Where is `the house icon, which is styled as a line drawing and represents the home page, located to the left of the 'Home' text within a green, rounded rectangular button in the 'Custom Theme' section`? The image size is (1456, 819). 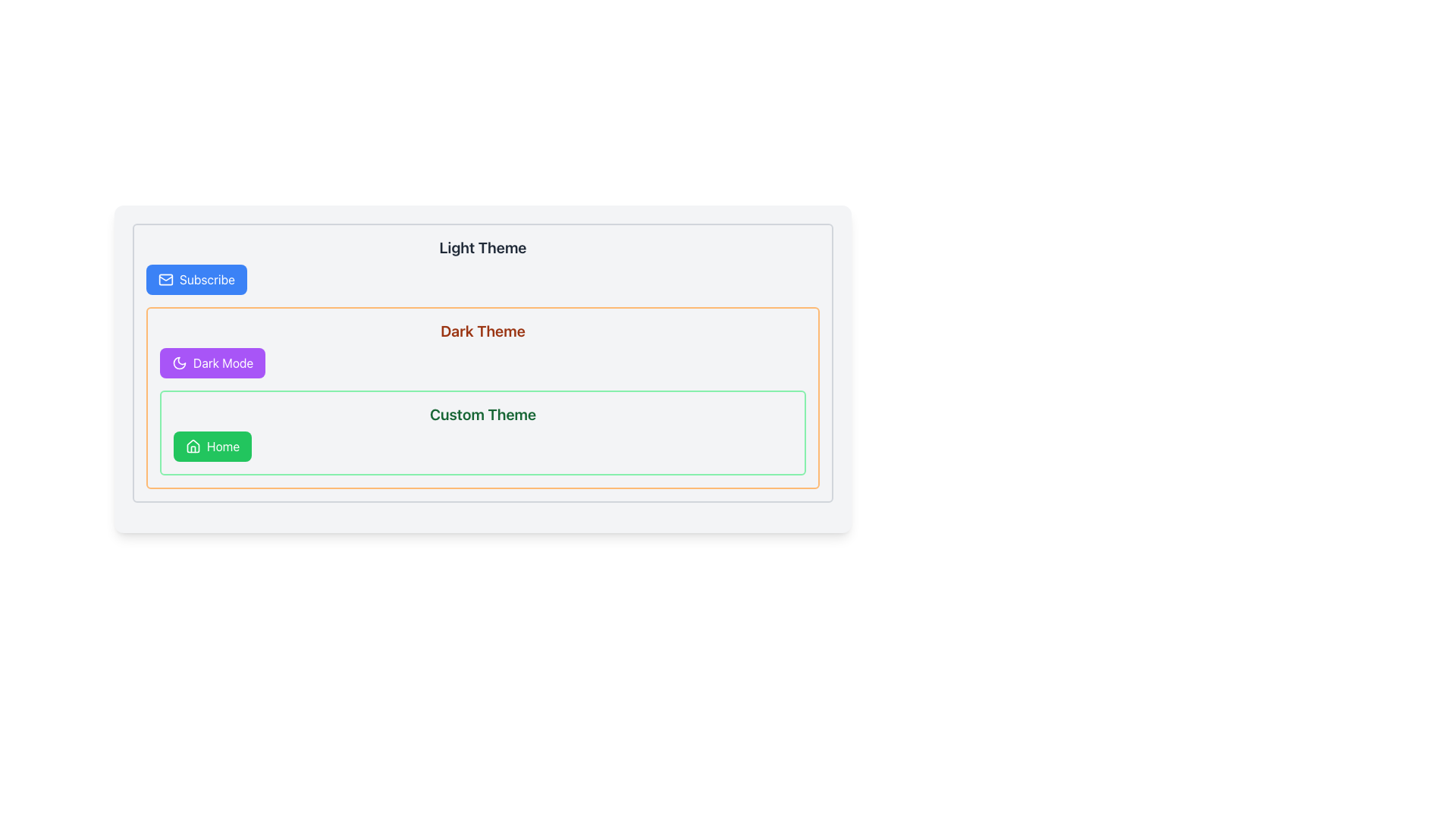
the house icon, which is styled as a line drawing and represents the home page, located to the left of the 'Home' text within a green, rounded rectangular button in the 'Custom Theme' section is located at coordinates (192, 446).